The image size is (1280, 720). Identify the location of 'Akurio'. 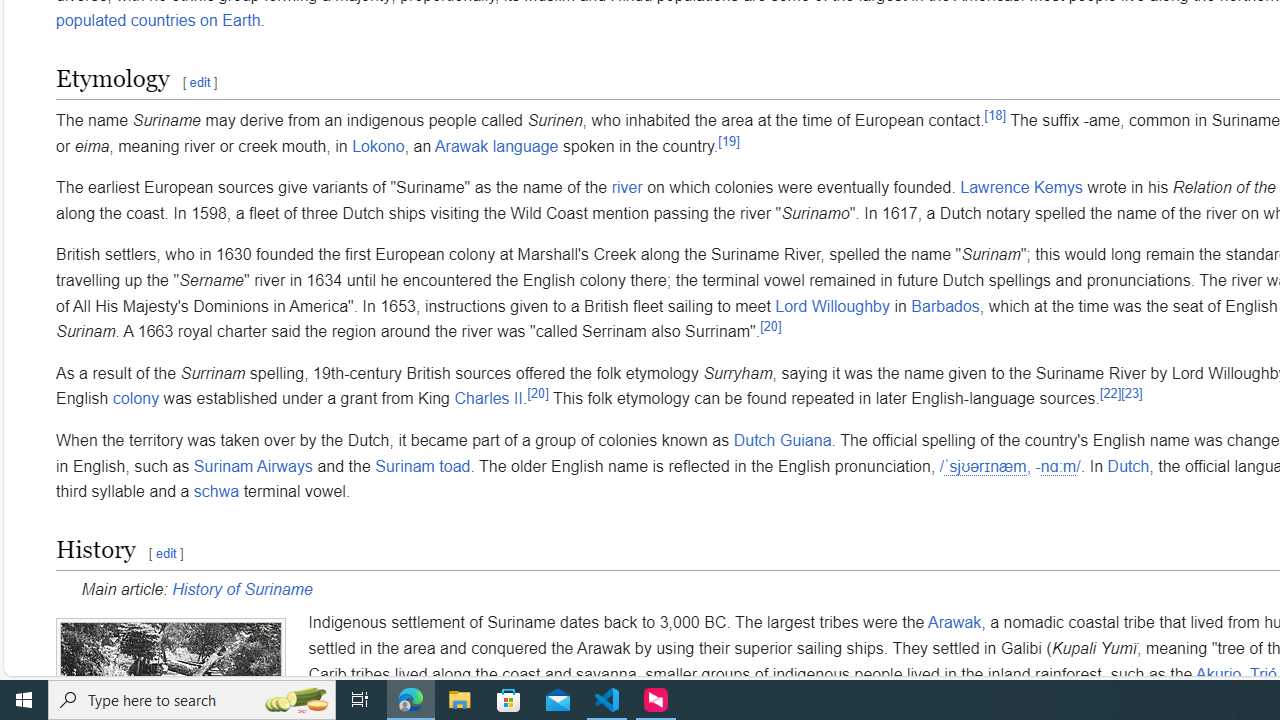
(1217, 674).